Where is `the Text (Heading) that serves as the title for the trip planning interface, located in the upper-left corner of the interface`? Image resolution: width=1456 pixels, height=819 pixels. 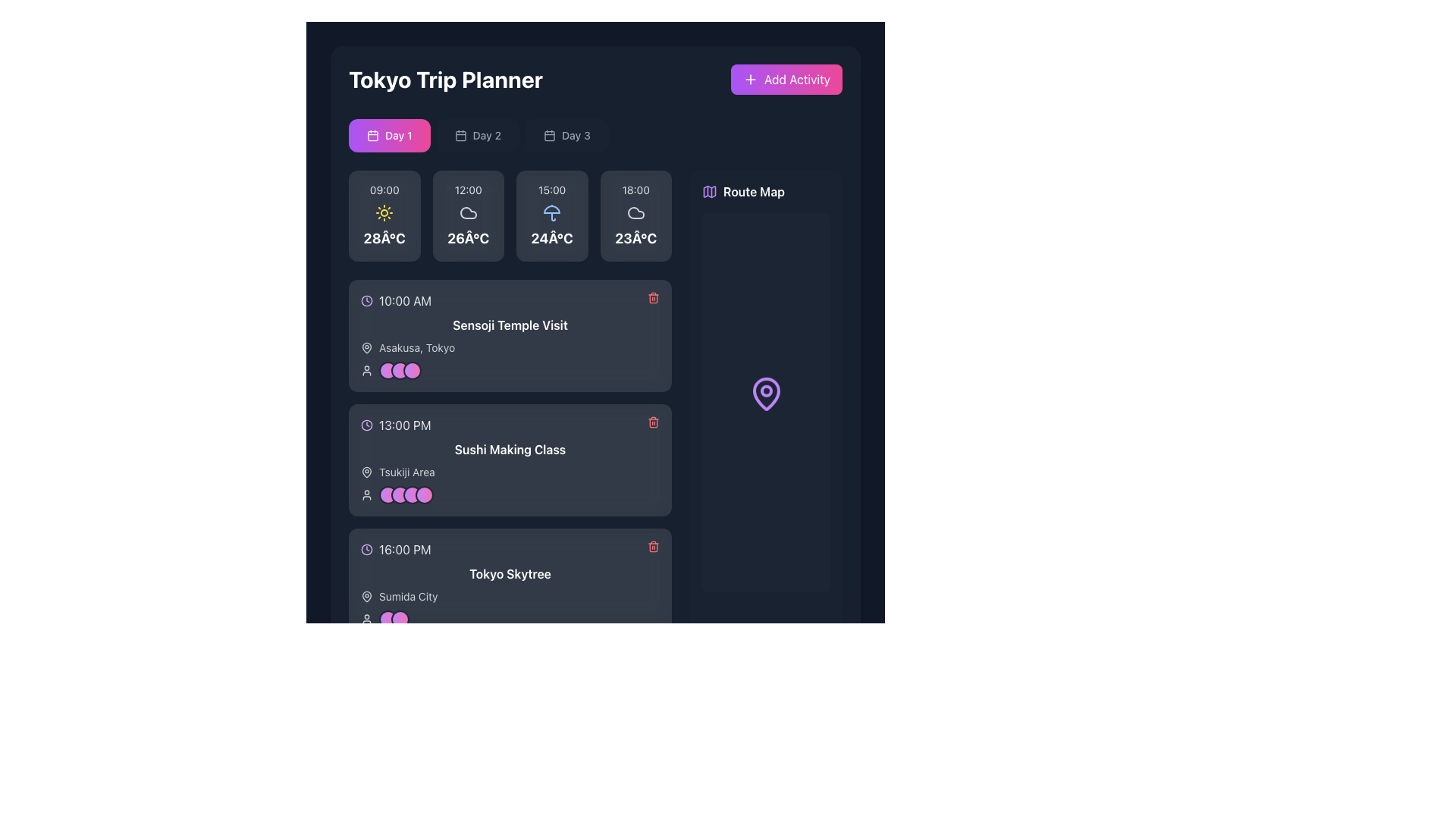 the Text (Heading) that serves as the title for the trip planning interface, located in the upper-left corner of the interface is located at coordinates (445, 79).